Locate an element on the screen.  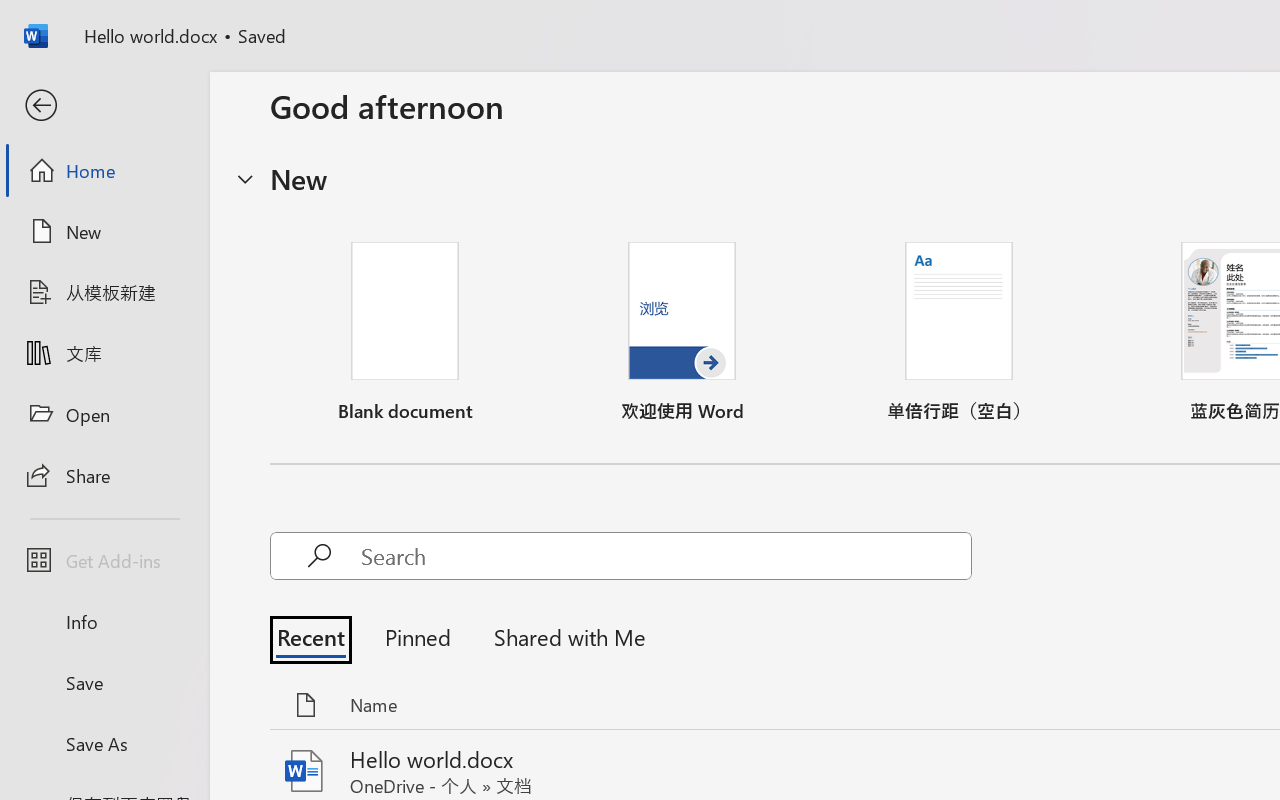
'Save As' is located at coordinates (103, 743).